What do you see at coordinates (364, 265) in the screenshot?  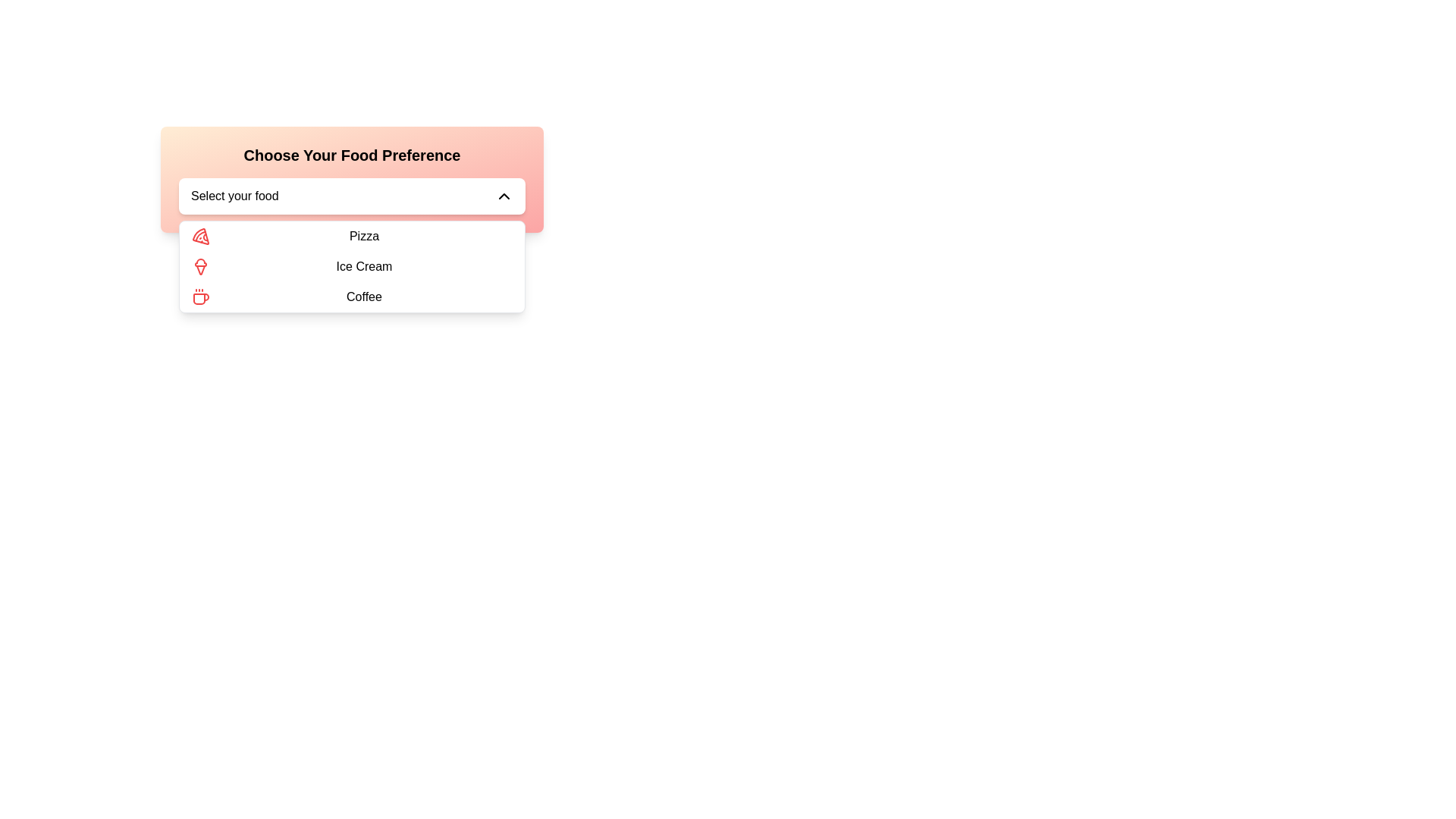 I see `the text label displaying 'Ice Cream', which is positioned in the second row of the dropdown menu beneath 'Choose Your Food Preference'` at bounding box center [364, 265].